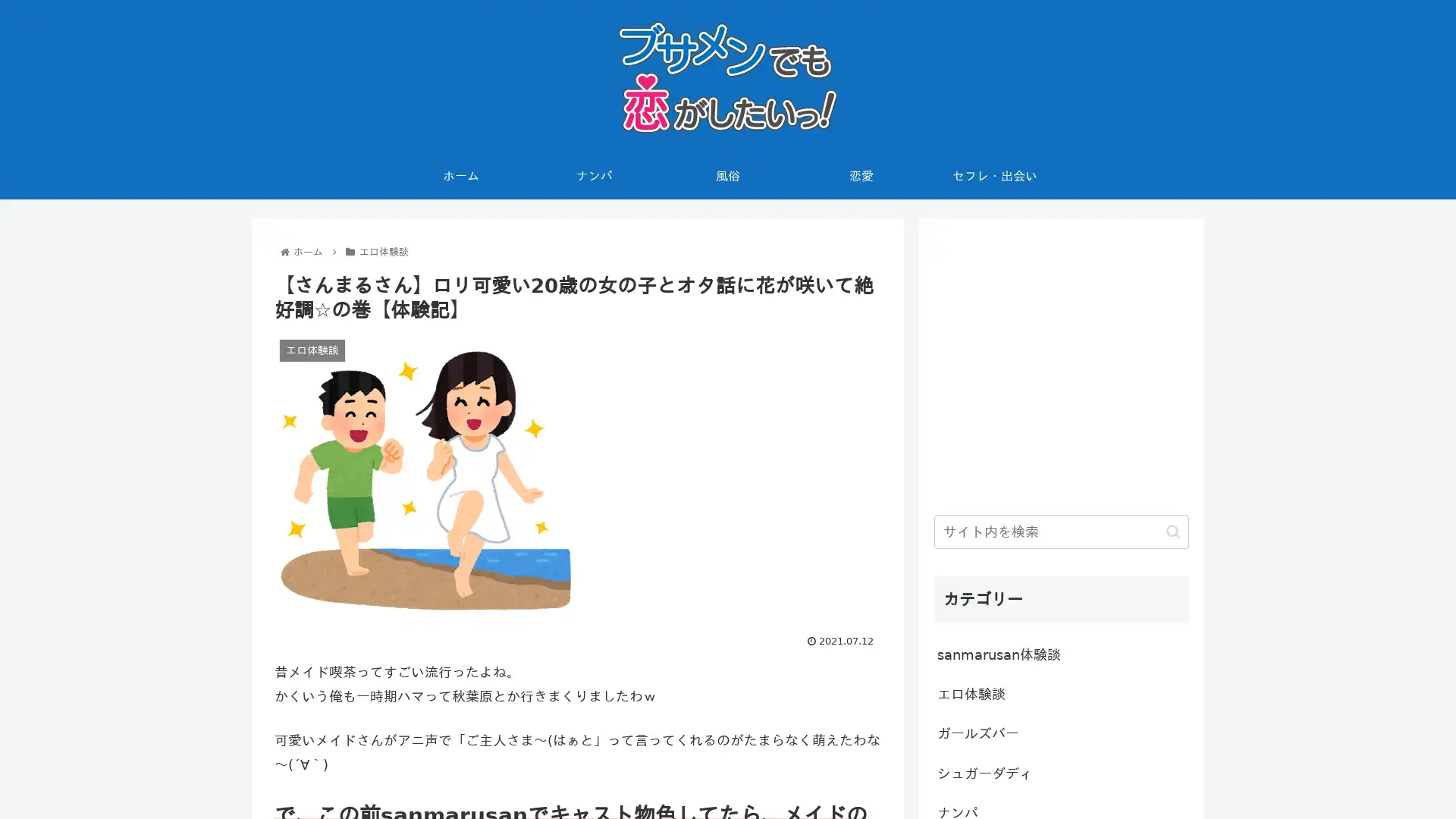 This screenshot has width=1456, height=819. Describe the element at coordinates (1172, 531) in the screenshot. I see `button` at that location.